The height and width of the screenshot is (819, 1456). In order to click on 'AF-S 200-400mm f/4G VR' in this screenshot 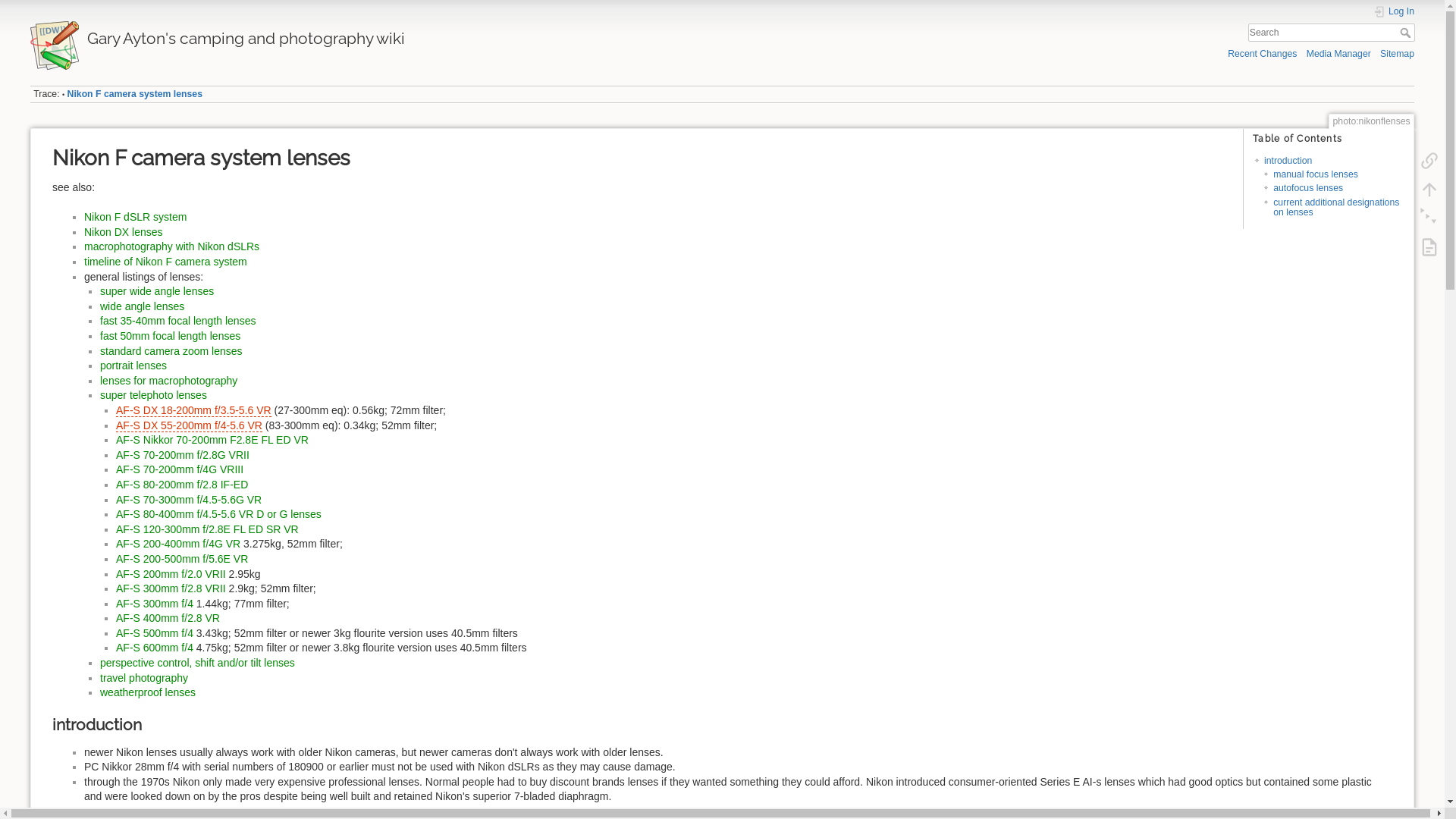, I will do `click(115, 543)`.